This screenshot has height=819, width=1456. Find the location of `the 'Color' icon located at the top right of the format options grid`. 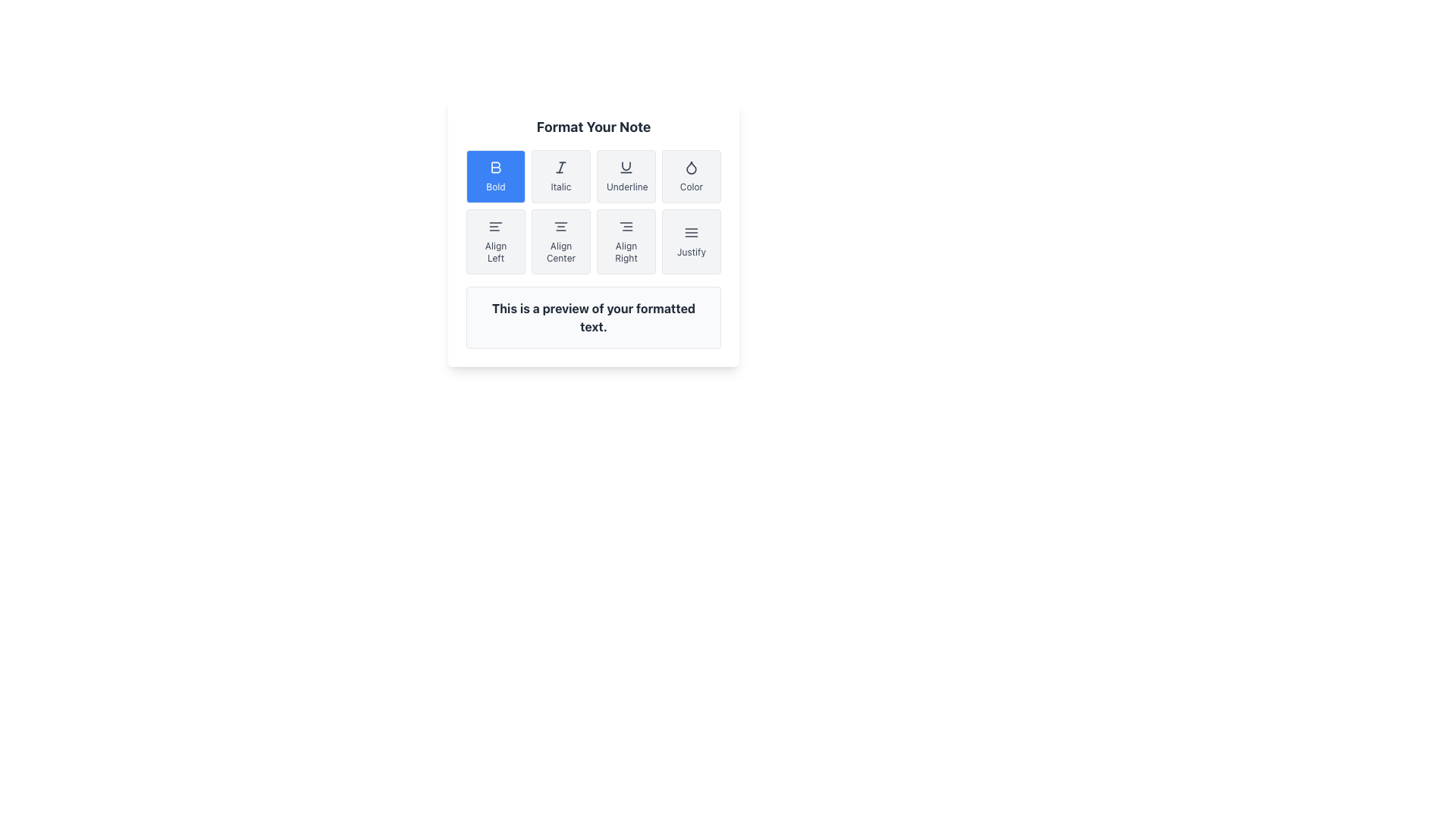

the 'Color' icon located at the top right of the format options grid is located at coordinates (691, 167).